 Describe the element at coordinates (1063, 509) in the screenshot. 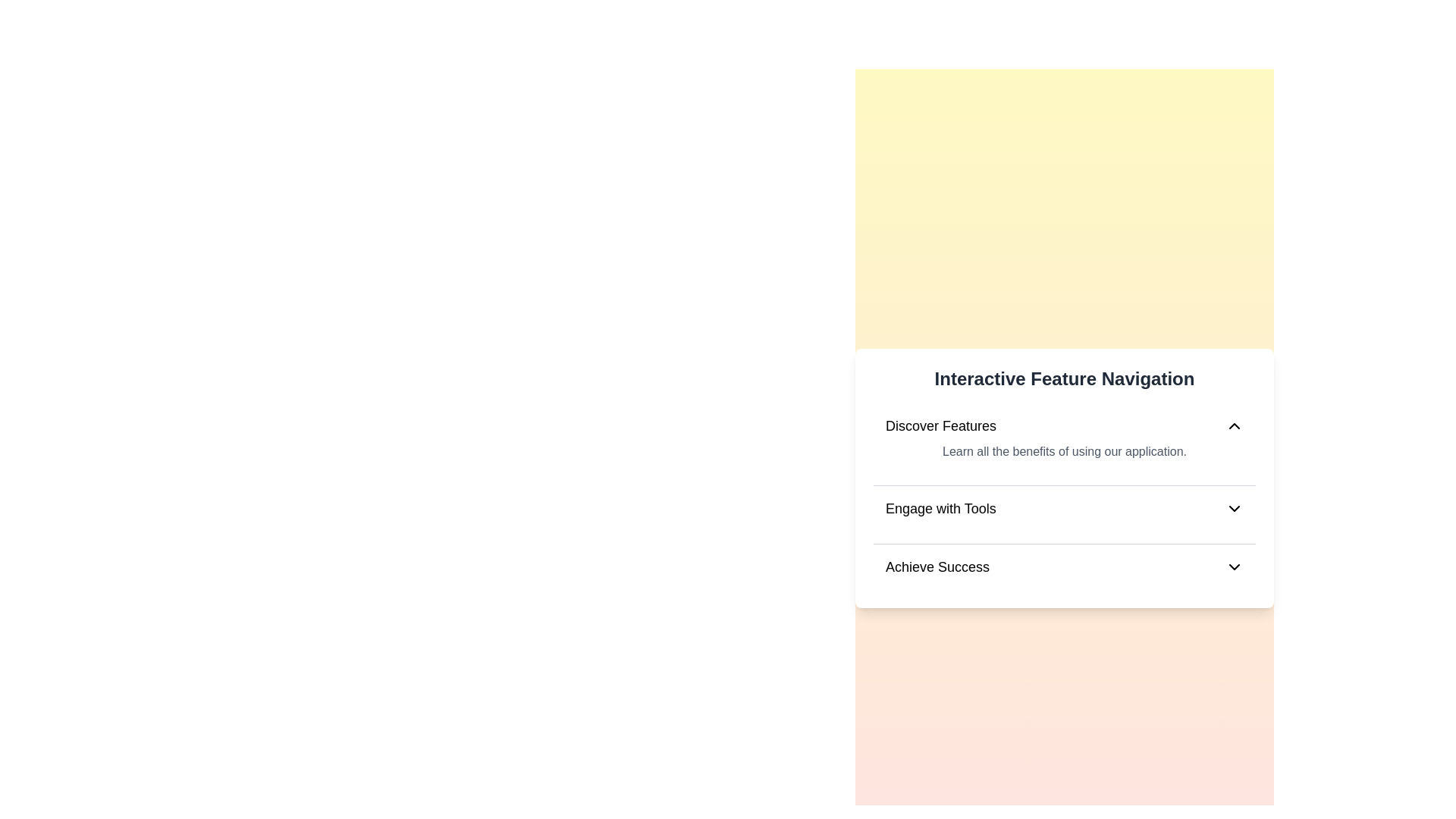

I see `the element corresponding to Engage with Tools` at that location.